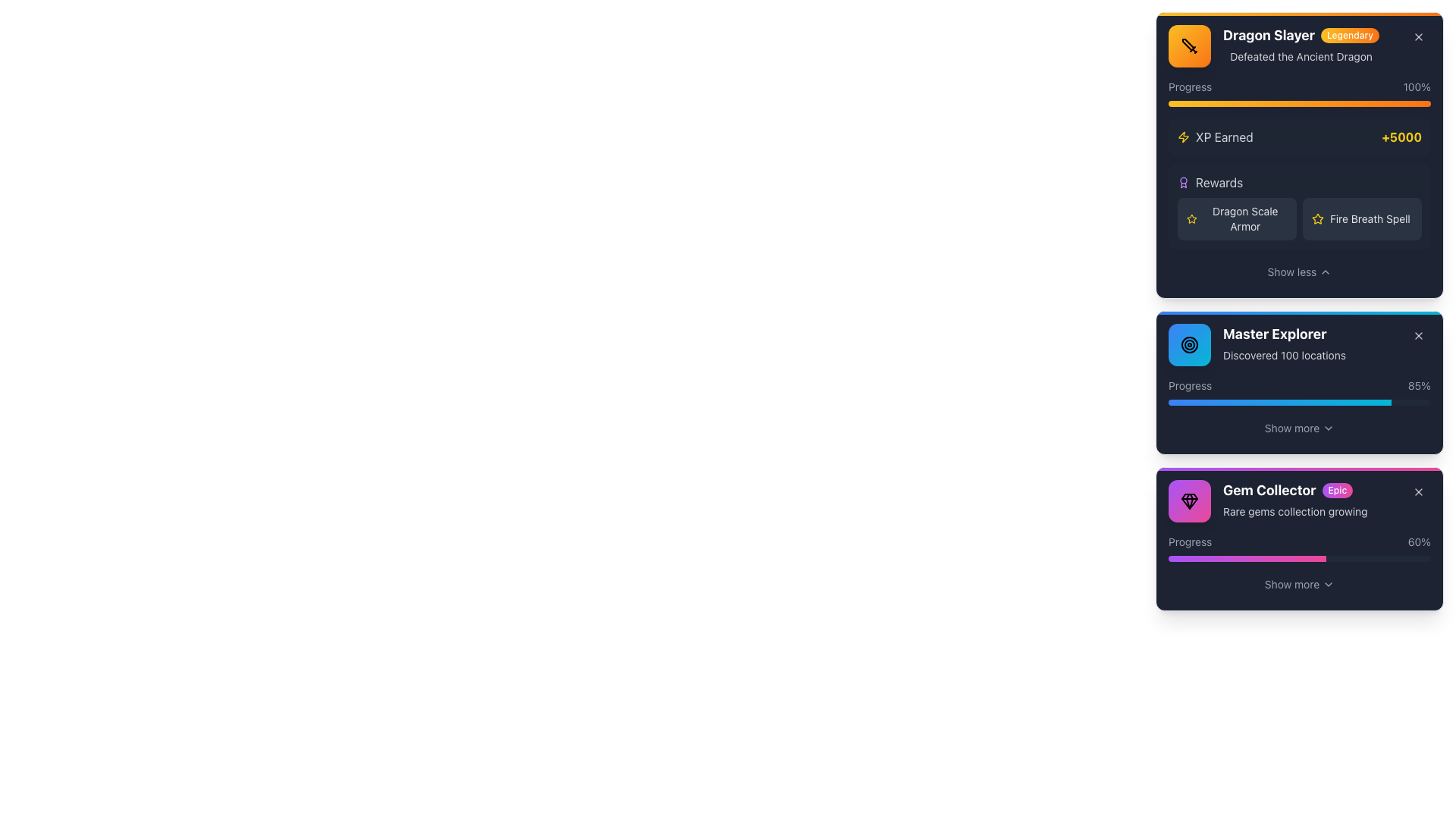 The height and width of the screenshot is (819, 1456). Describe the element at coordinates (1298, 271) in the screenshot. I see `the toggle button at the bottom of the 'Dragon Slayer' card to observe hover effects` at that location.